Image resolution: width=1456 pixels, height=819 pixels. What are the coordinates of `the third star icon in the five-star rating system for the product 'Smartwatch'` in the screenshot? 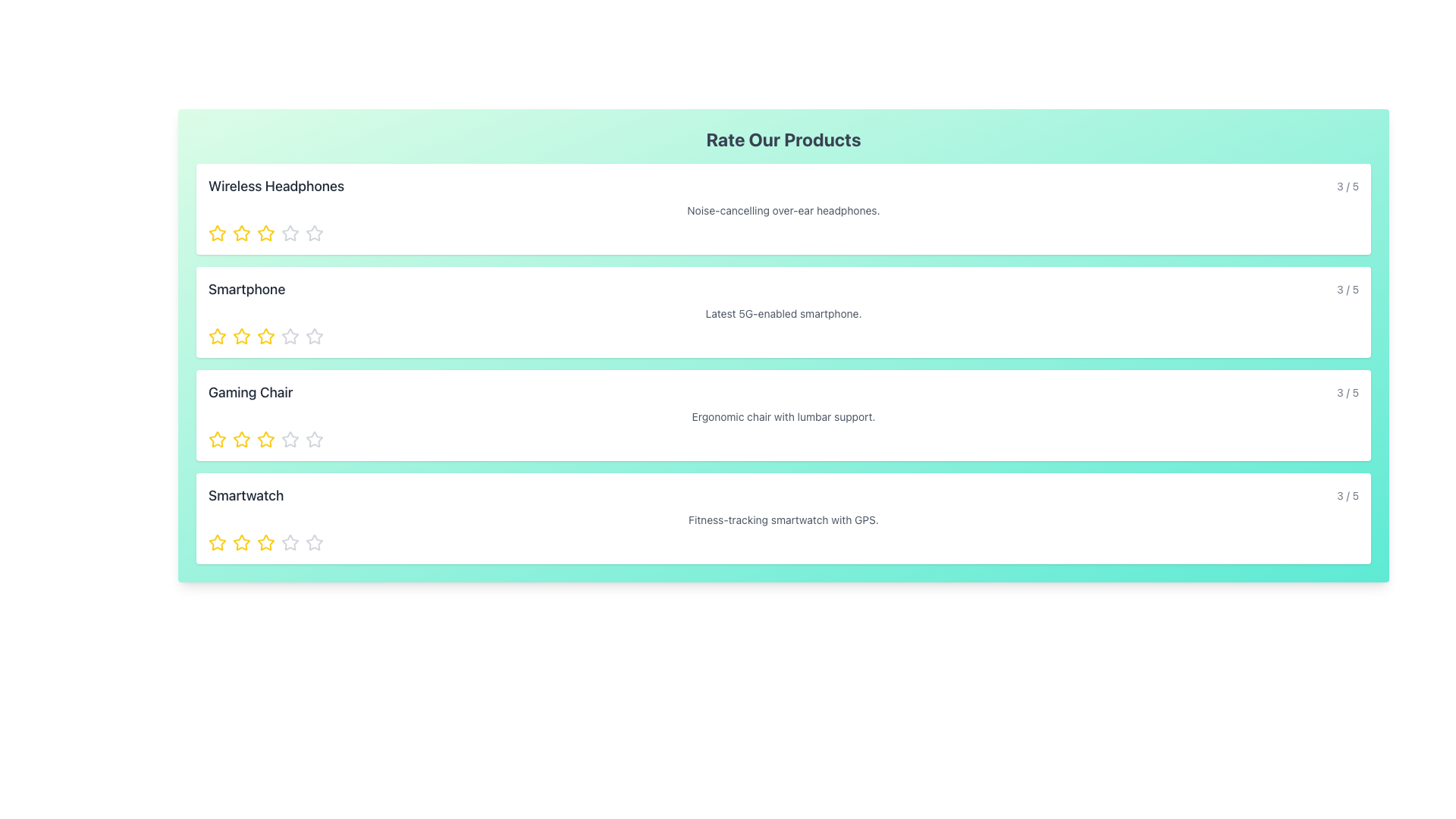 It's located at (265, 542).